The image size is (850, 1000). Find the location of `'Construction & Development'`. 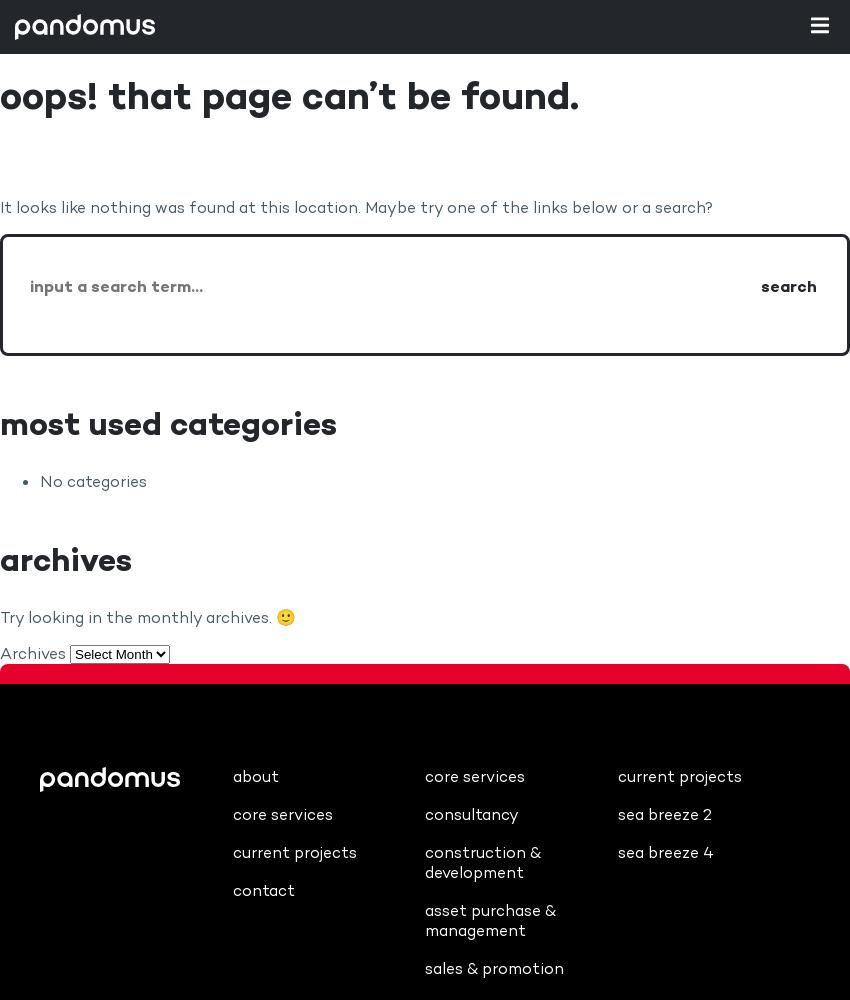

'Construction & Development' is located at coordinates (482, 861).